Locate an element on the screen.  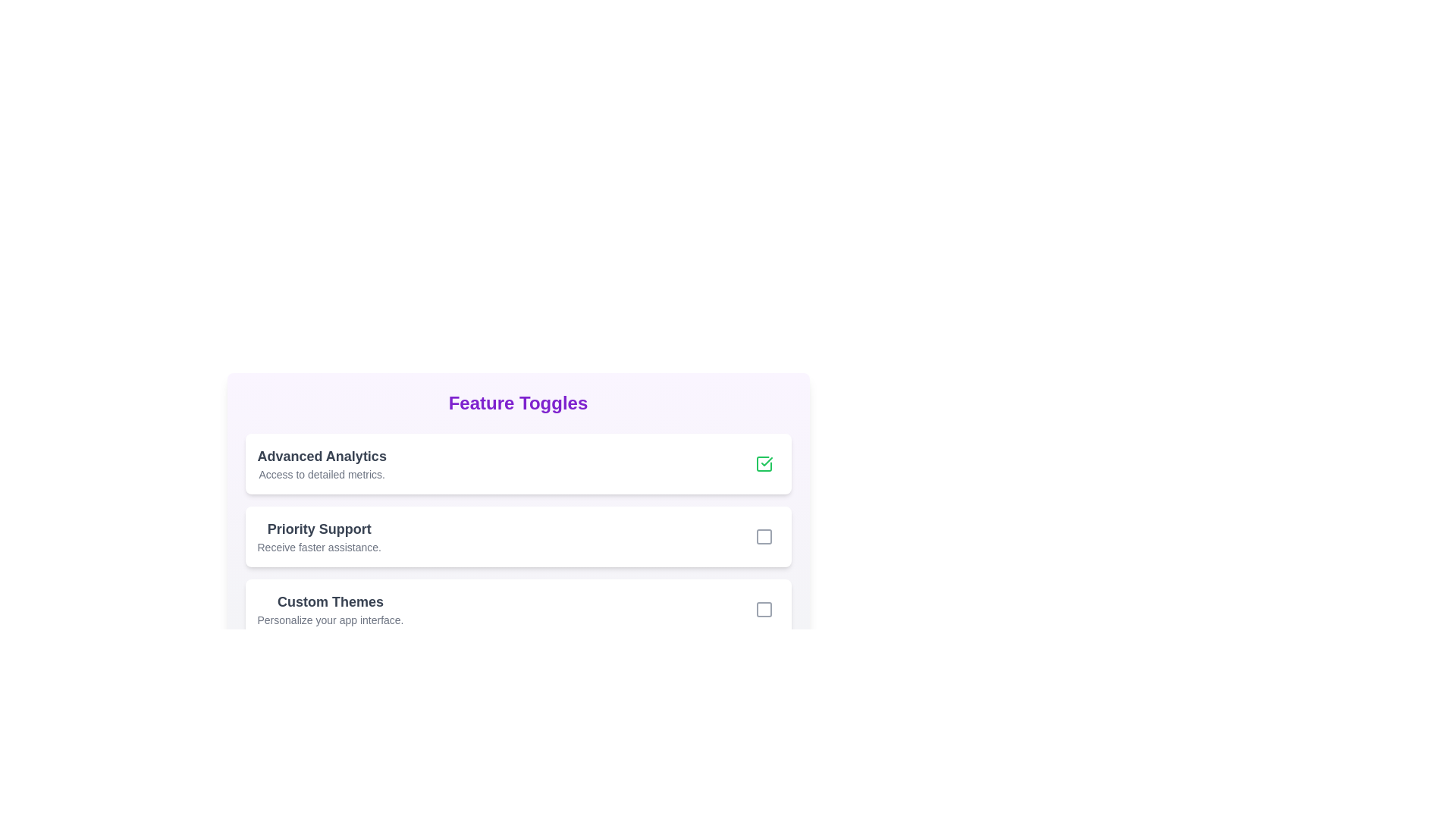
the green checkbox icon with a checkmark that represents an active state, located to the right of the 'Advanced Analytics' text is located at coordinates (764, 463).